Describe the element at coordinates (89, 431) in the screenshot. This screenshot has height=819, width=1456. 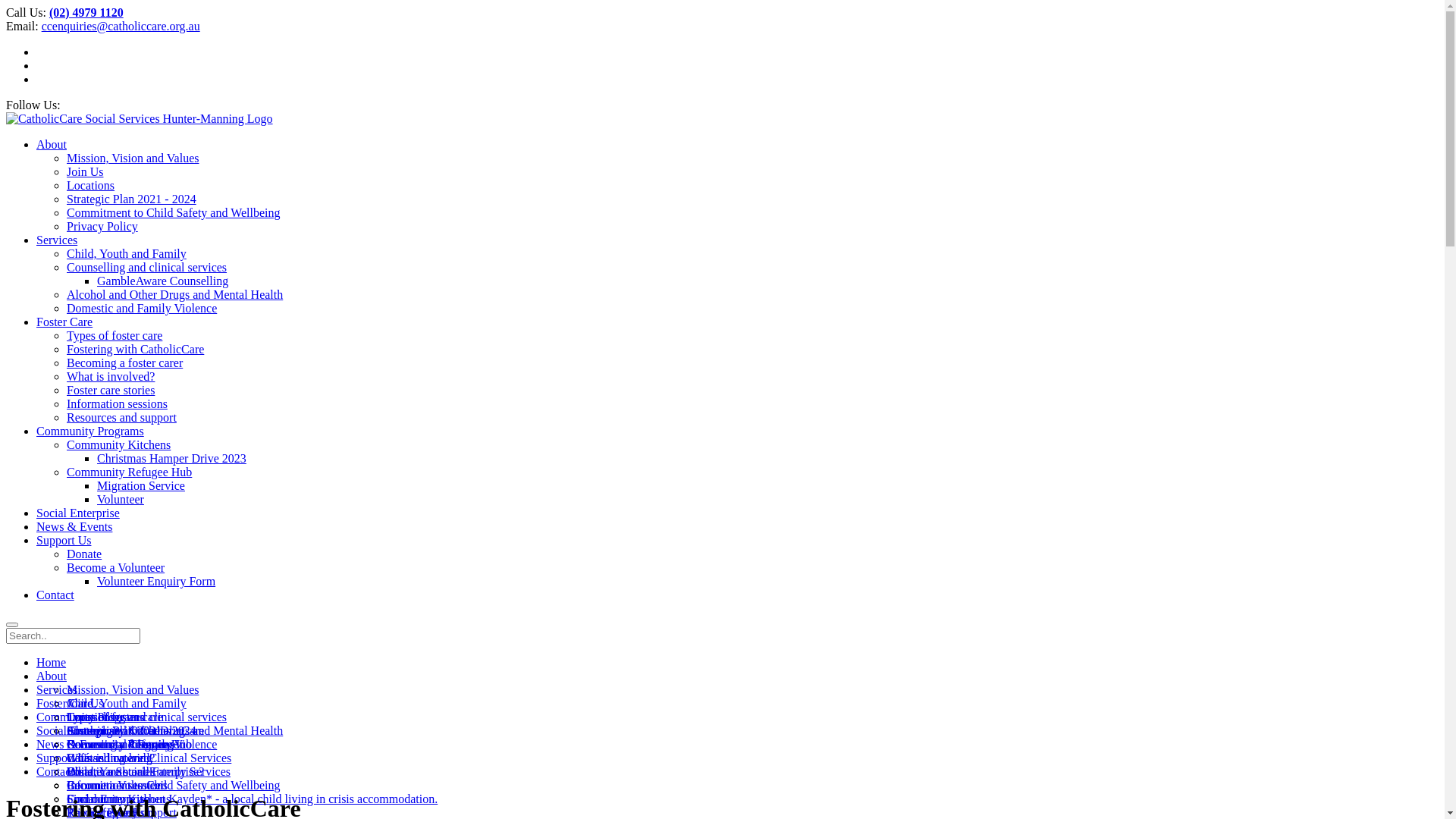
I see `'Community Programs'` at that location.